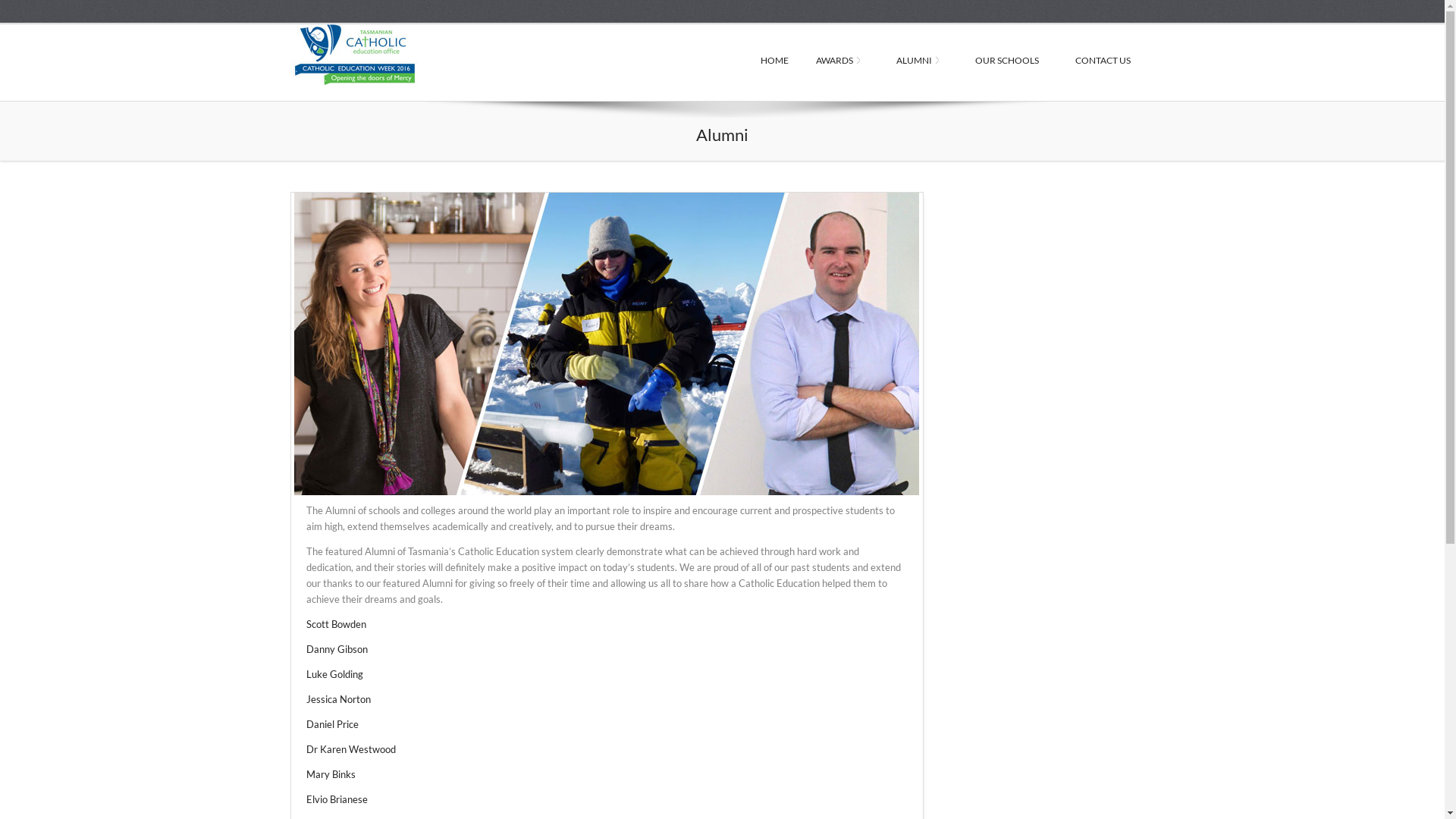 This screenshot has height=819, width=1456. I want to click on 'Elvio Brianese', so click(336, 798).